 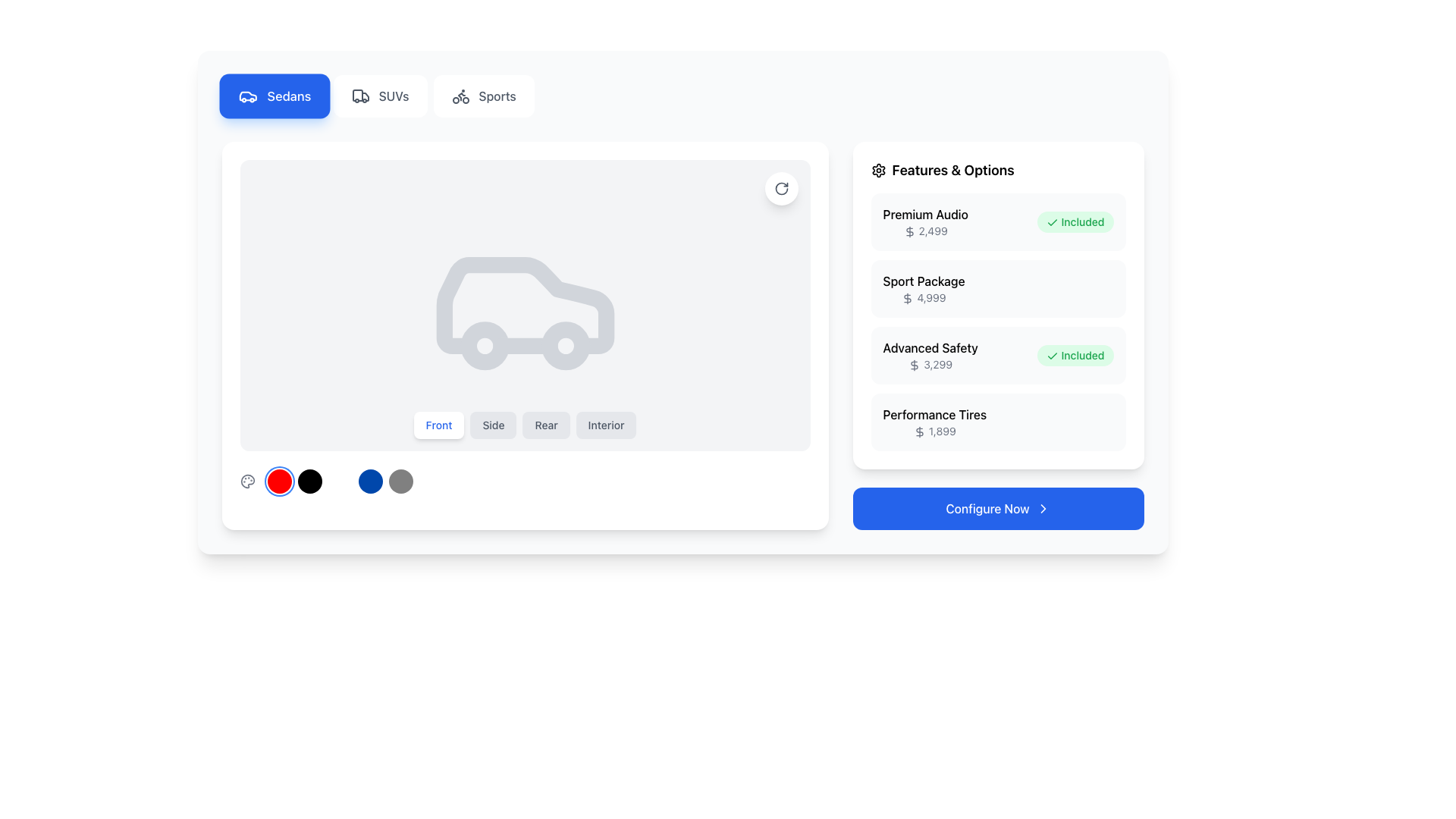 What do you see at coordinates (1075, 356) in the screenshot?
I see `the green pill-shaped Status indicator label that displays 'Included' with a checkmark icon, located in the 'Features & Options' list under 'Advanced Safety'` at bounding box center [1075, 356].